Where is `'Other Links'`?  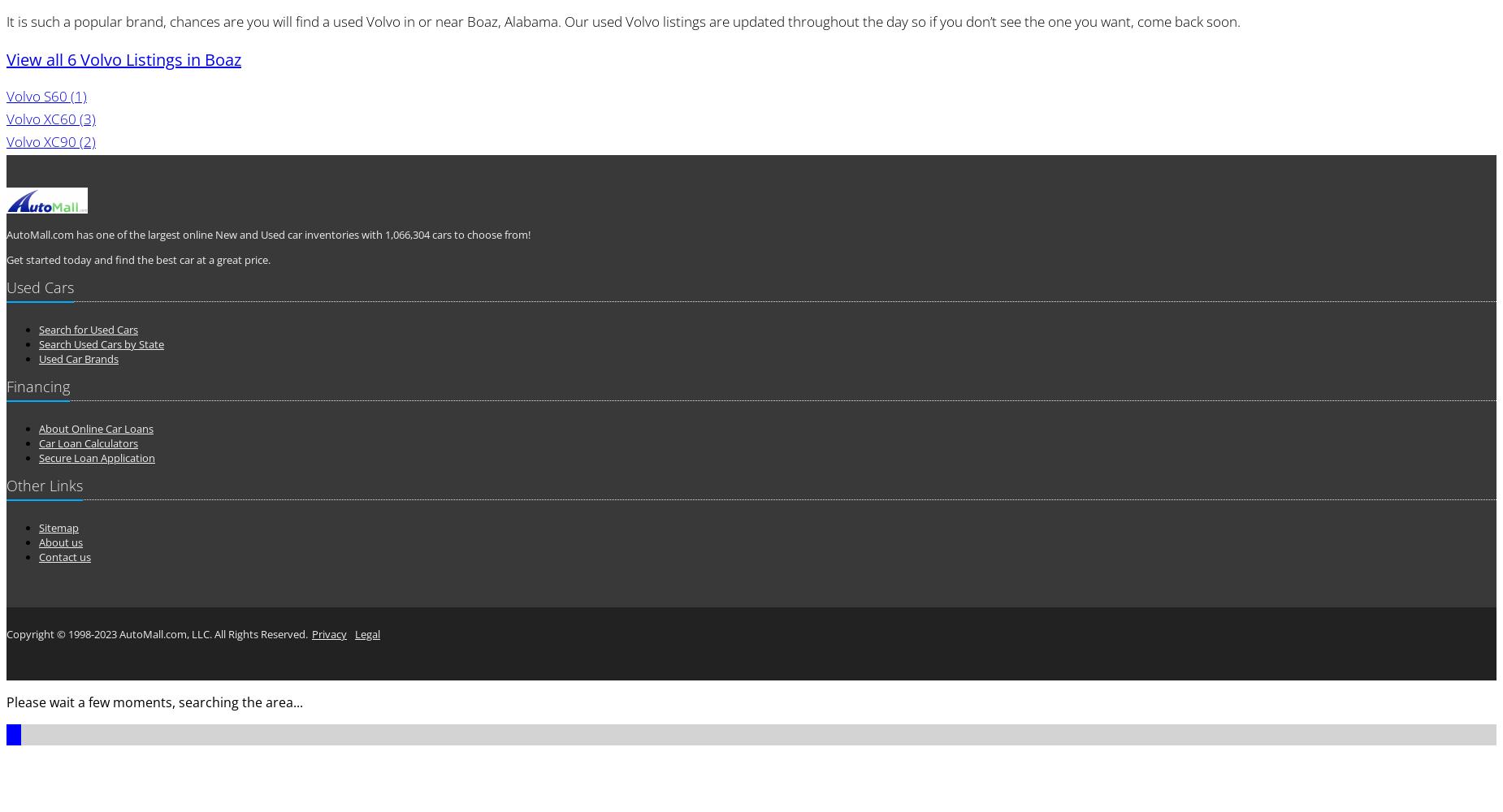
'Other Links' is located at coordinates (5, 485).